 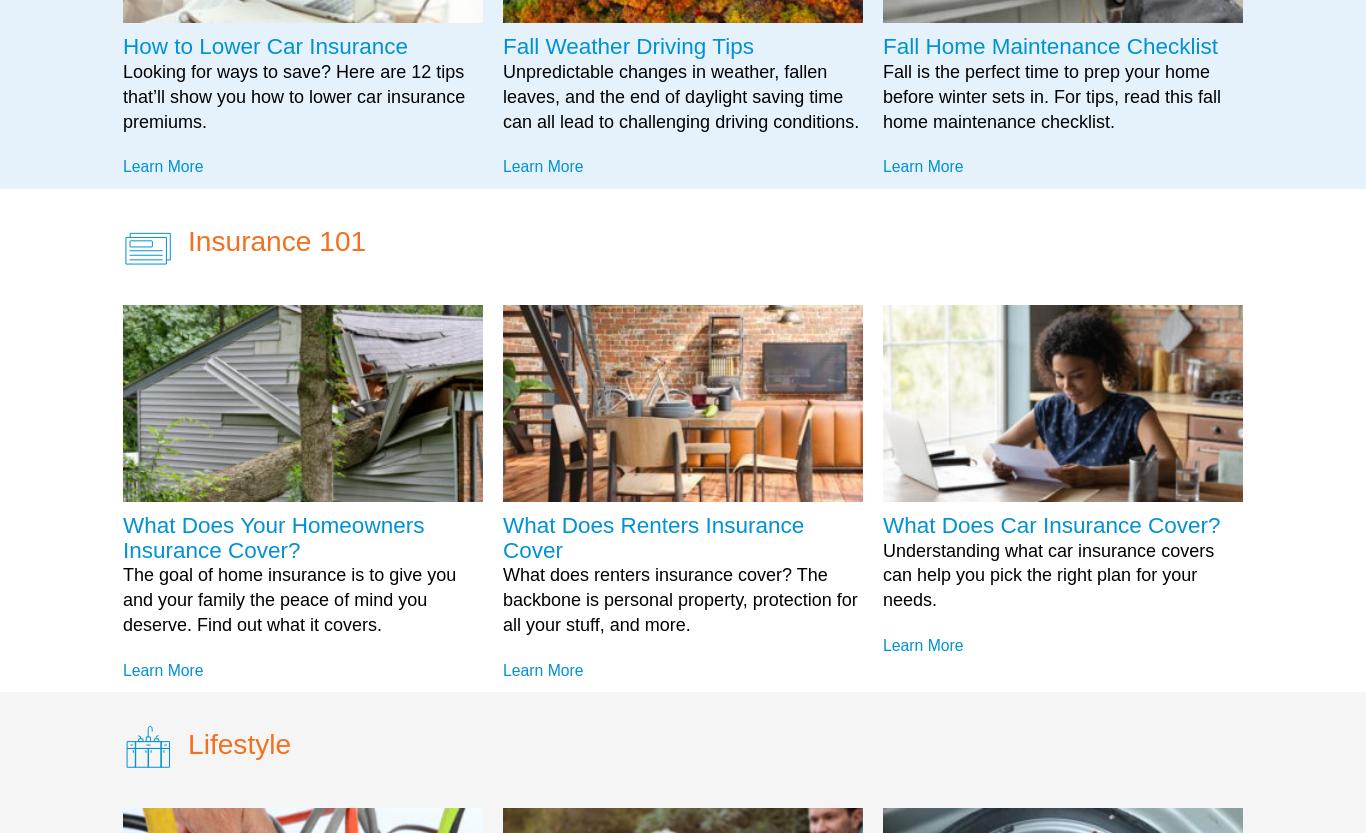 I want to click on 'Understanding what car insurance covers can help you pick the right plan for your needs.', so click(x=1046, y=574).